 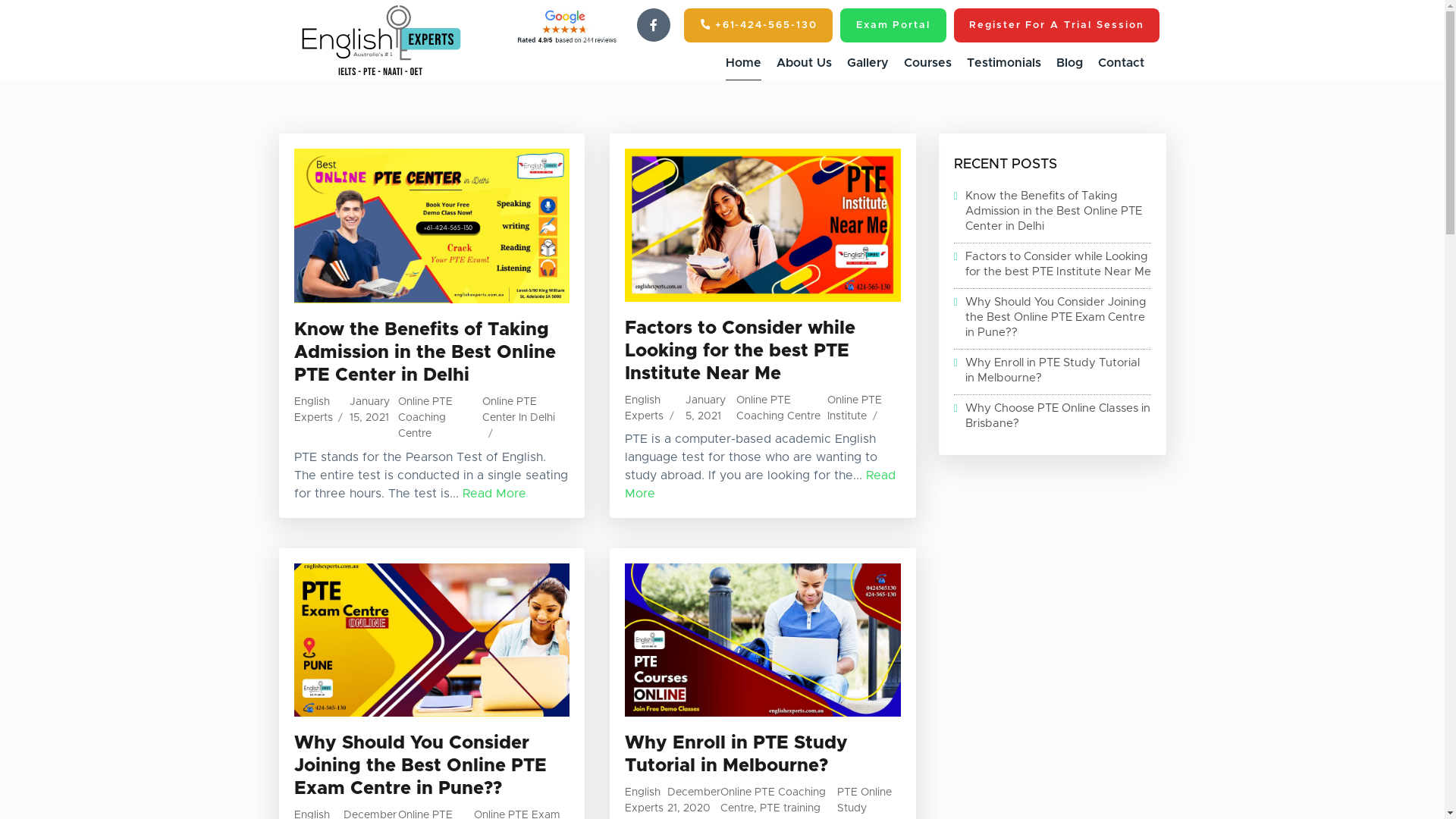 What do you see at coordinates (803, 62) in the screenshot?
I see `'About Us'` at bounding box center [803, 62].